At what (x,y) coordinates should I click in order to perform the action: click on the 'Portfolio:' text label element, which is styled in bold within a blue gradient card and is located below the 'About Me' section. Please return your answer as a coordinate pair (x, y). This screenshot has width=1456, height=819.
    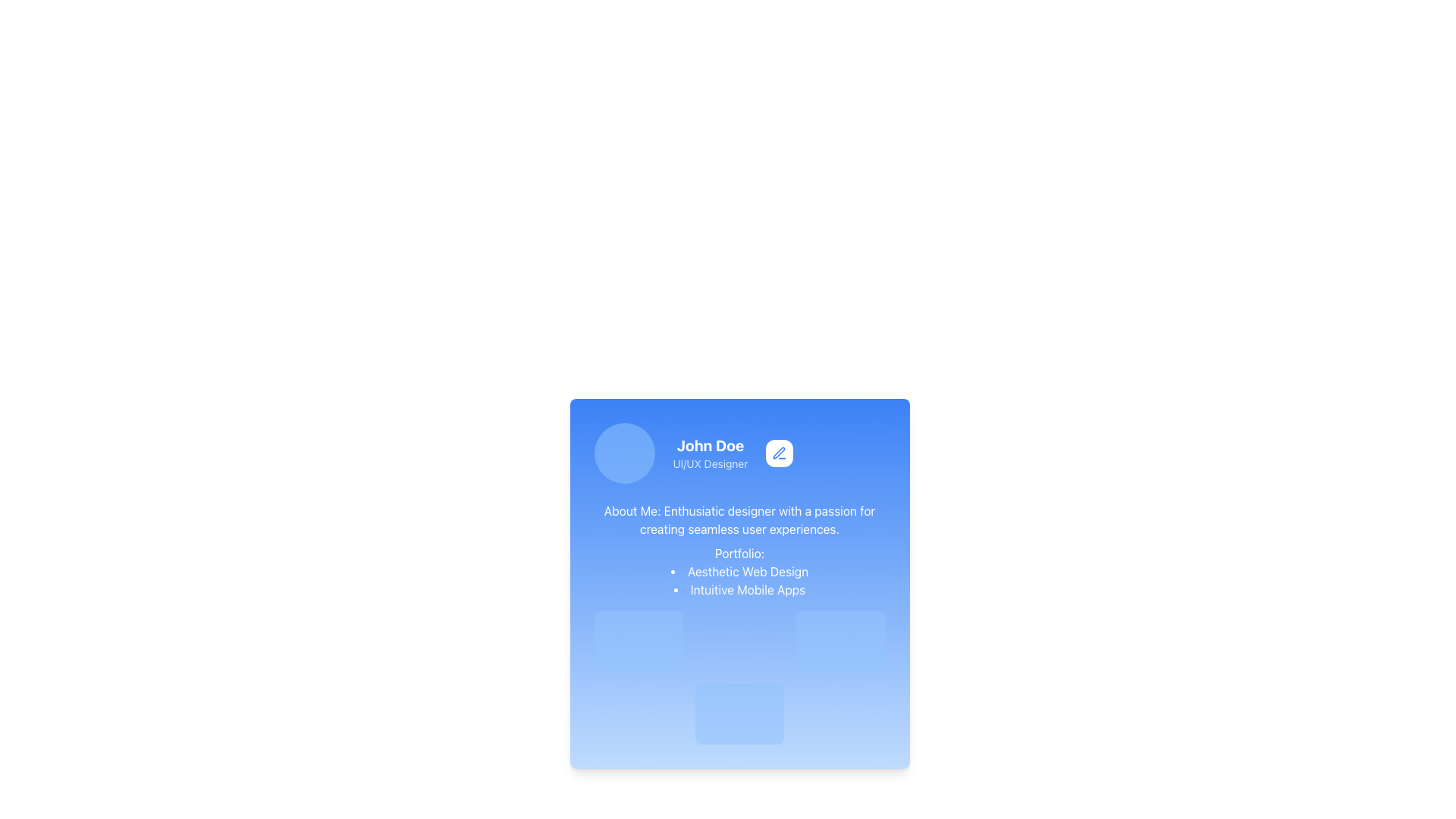
    Looking at the image, I should click on (739, 553).